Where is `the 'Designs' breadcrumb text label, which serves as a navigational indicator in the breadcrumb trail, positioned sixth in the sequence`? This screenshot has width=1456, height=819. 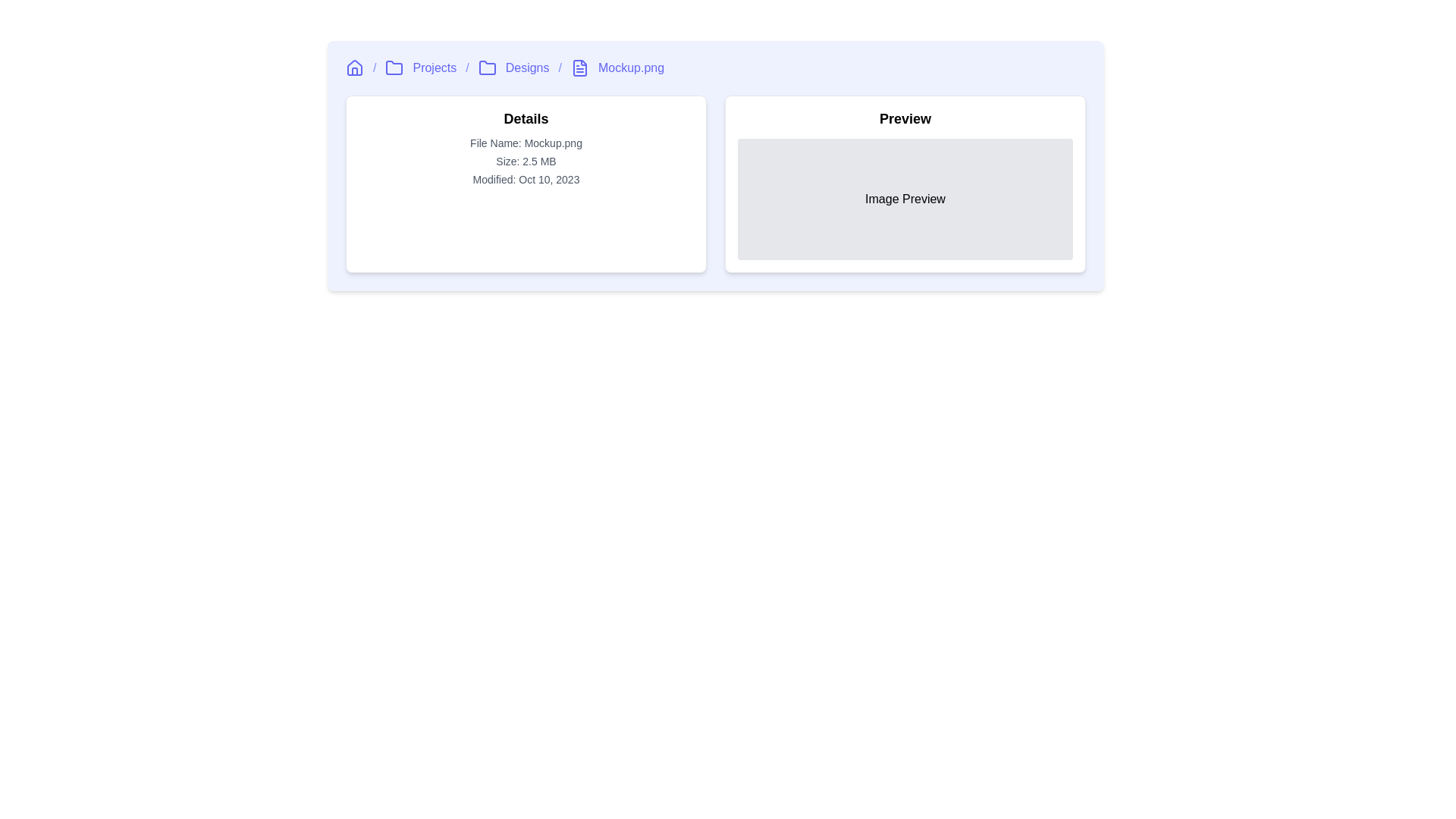
the 'Designs' breadcrumb text label, which serves as a navigational indicator in the breadcrumb trail, positioned sixth in the sequence is located at coordinates (527, 67).